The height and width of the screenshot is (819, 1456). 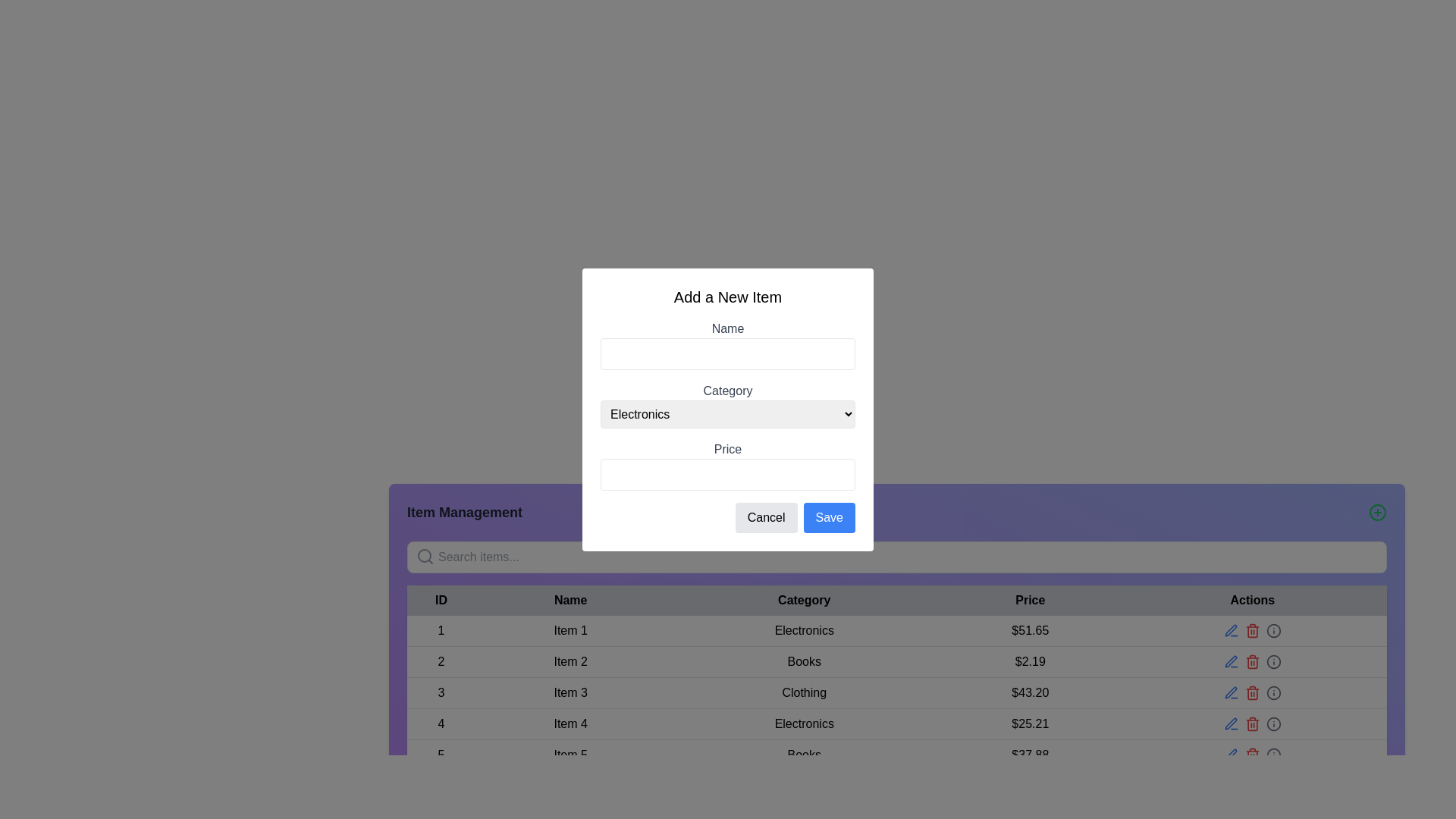 What do you see at coordinates (440, 599) in the screenshot?
I see `the text label that serves as the header for the first column of the table, which indicates unique identifiers for the table rows` at bounding box center [440, 599].